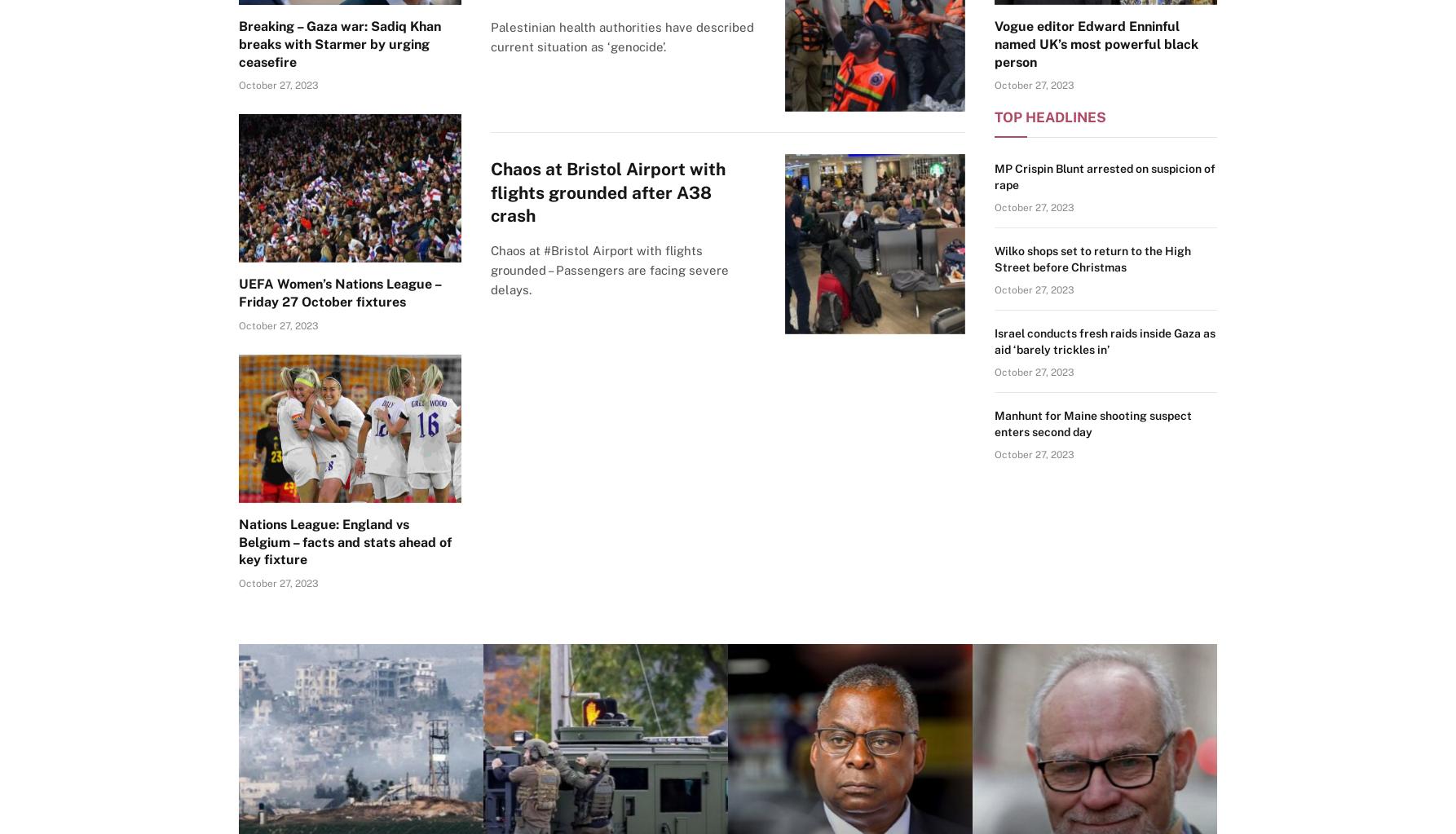  Describe the element at coordinates (1092, 258) in the screenshot. I see `'Wilko shops set to return to the High Street before Christmas'` at that location.